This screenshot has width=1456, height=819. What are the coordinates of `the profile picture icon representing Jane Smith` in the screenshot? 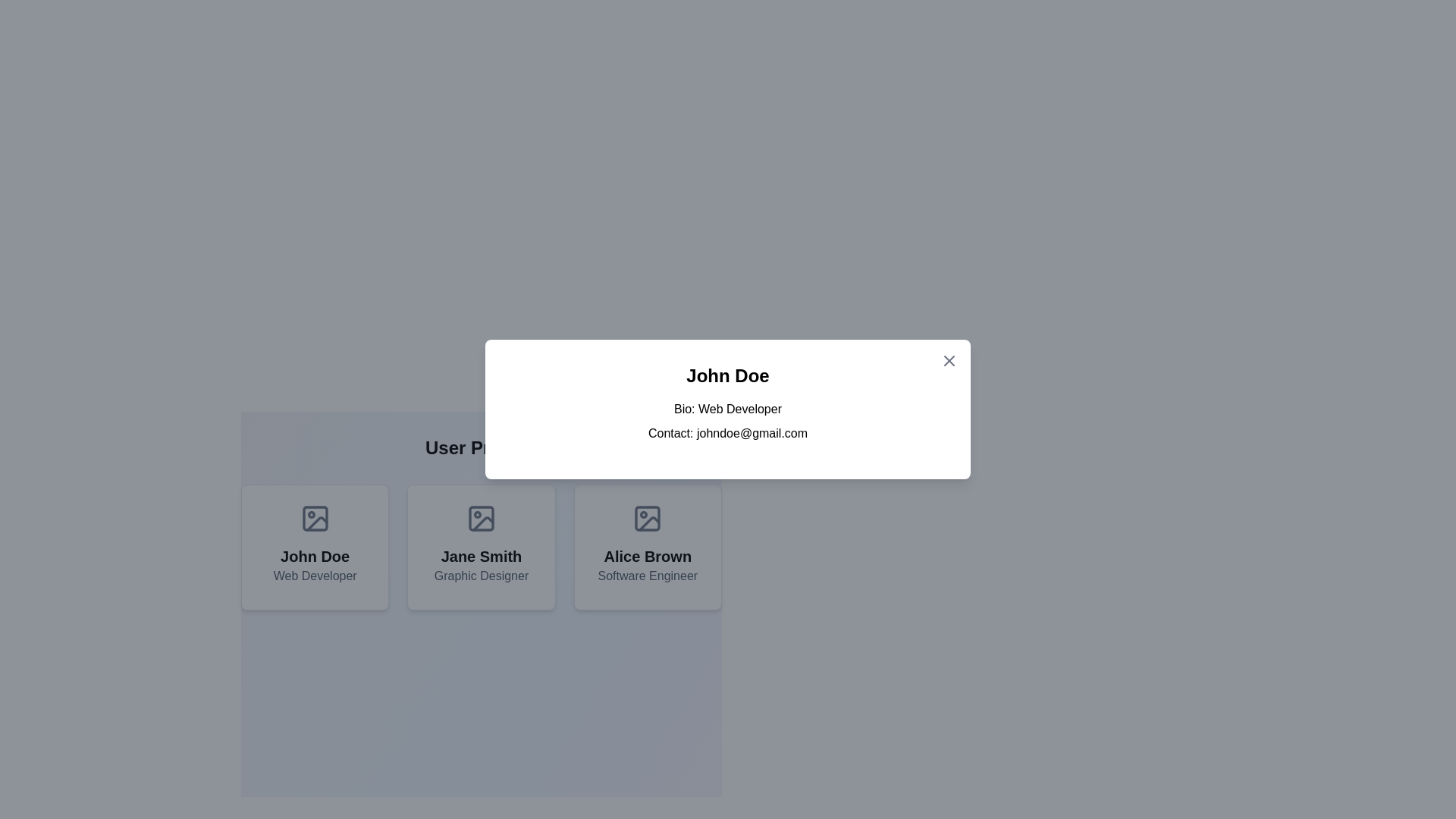 It's located at (480, 517).